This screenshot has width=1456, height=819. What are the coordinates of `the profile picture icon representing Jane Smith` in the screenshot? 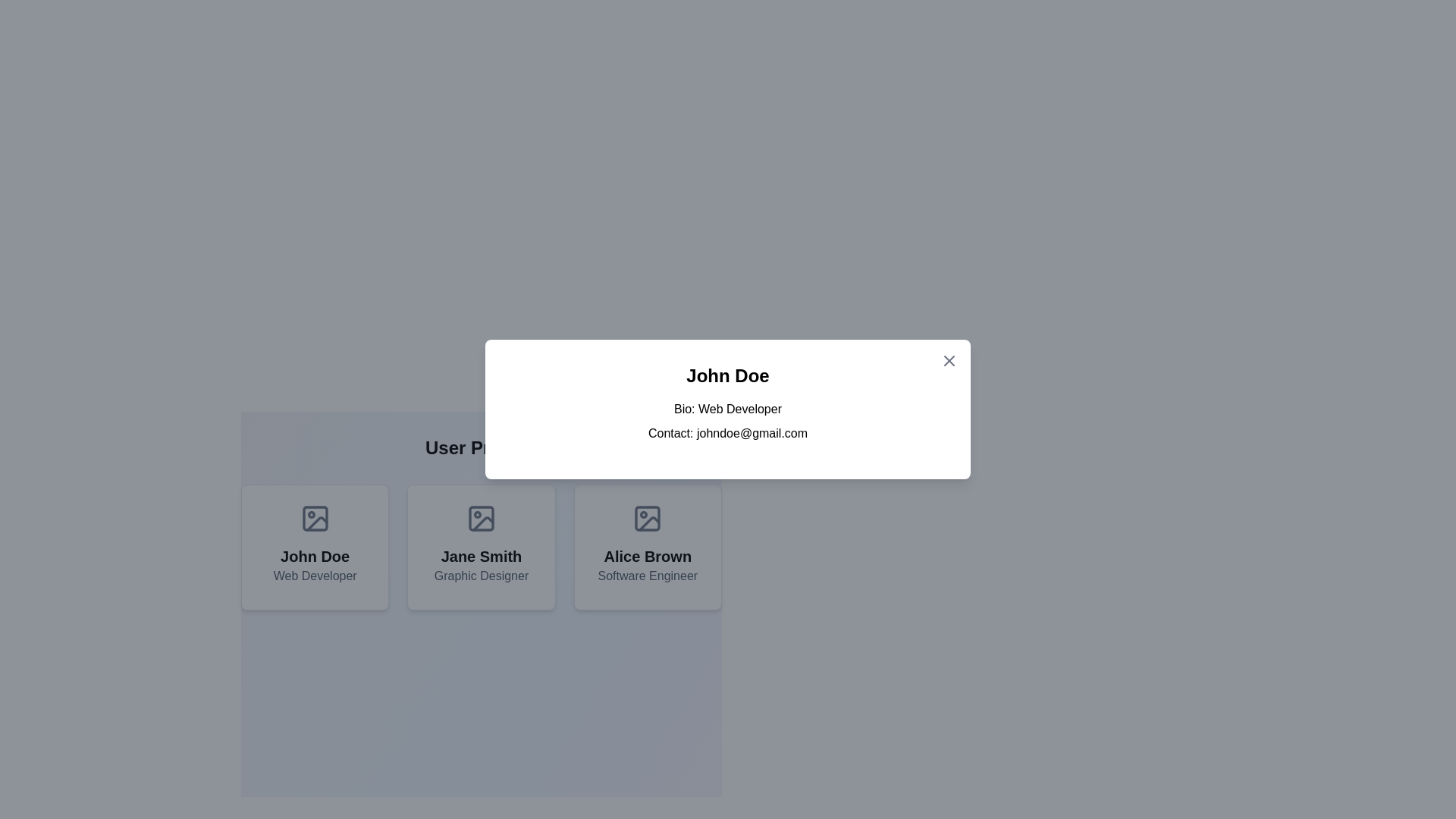 It's located at (480, 517).